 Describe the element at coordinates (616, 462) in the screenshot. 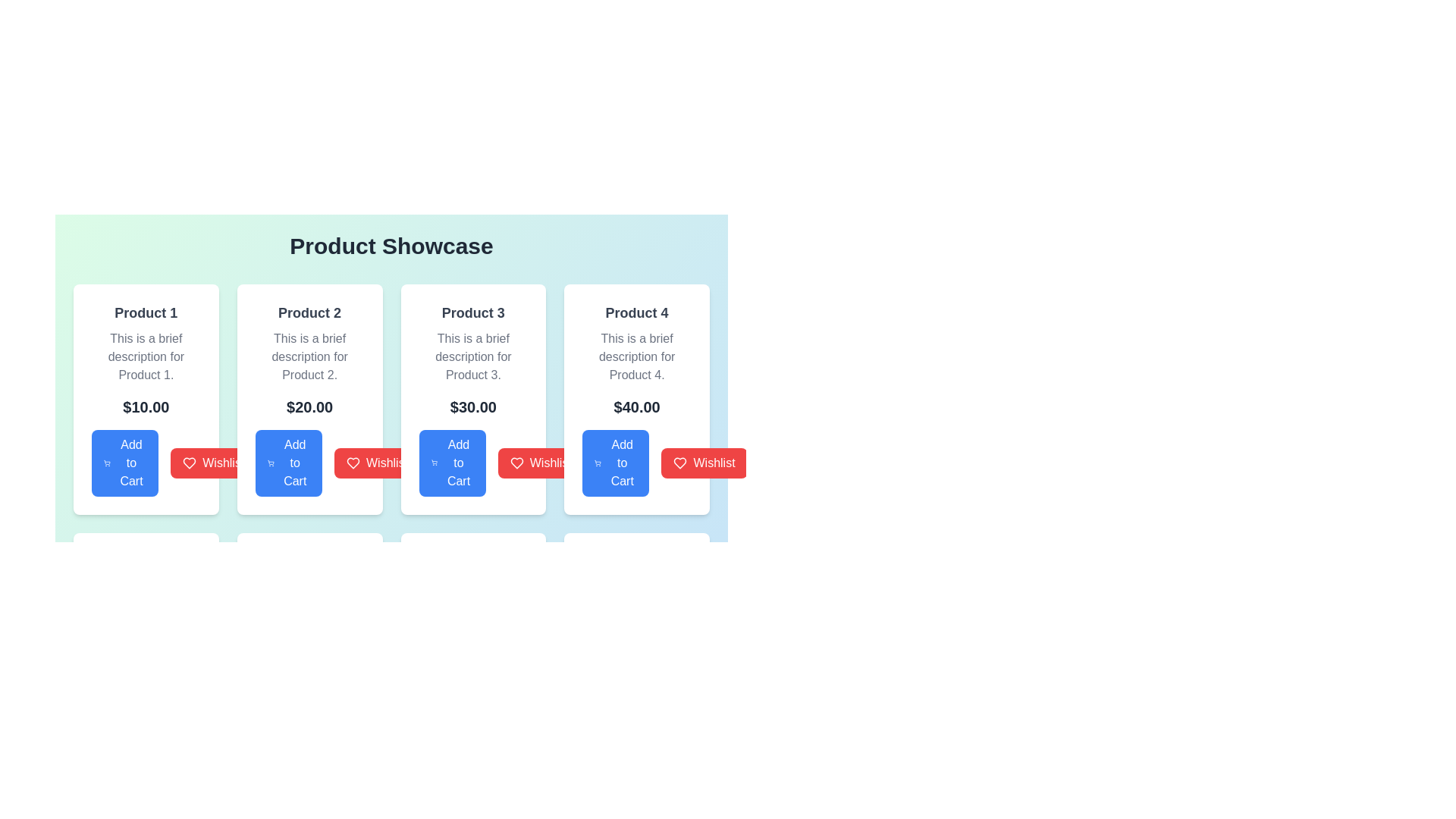

I see `the 'Add to Cart' button for 'Product 4' located at the bottom of its product card, next to the red 'Wishlist' button` at that location.